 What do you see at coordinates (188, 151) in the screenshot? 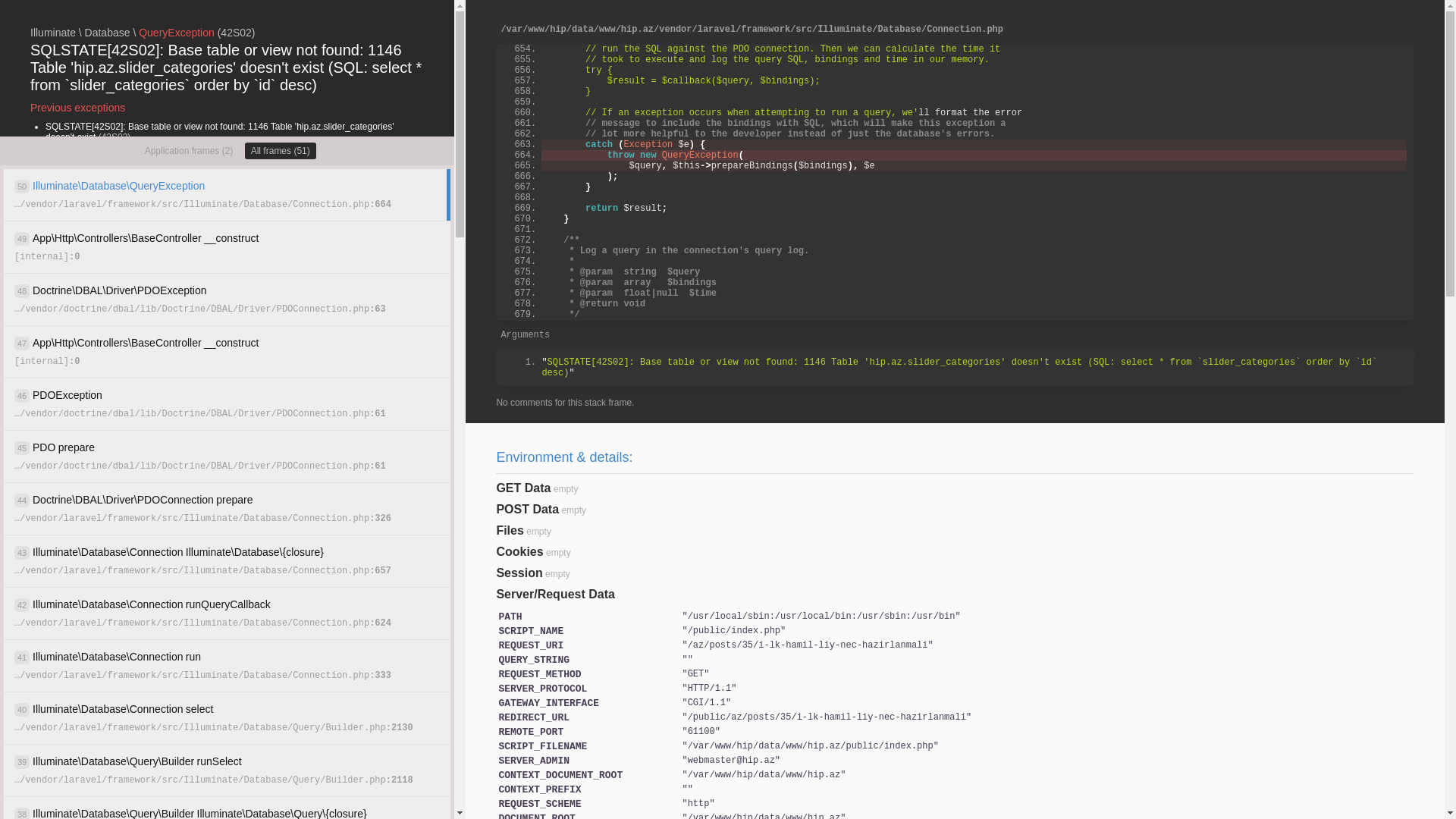
I see `'Application frames (2)'` at bounding box center [188, 151].